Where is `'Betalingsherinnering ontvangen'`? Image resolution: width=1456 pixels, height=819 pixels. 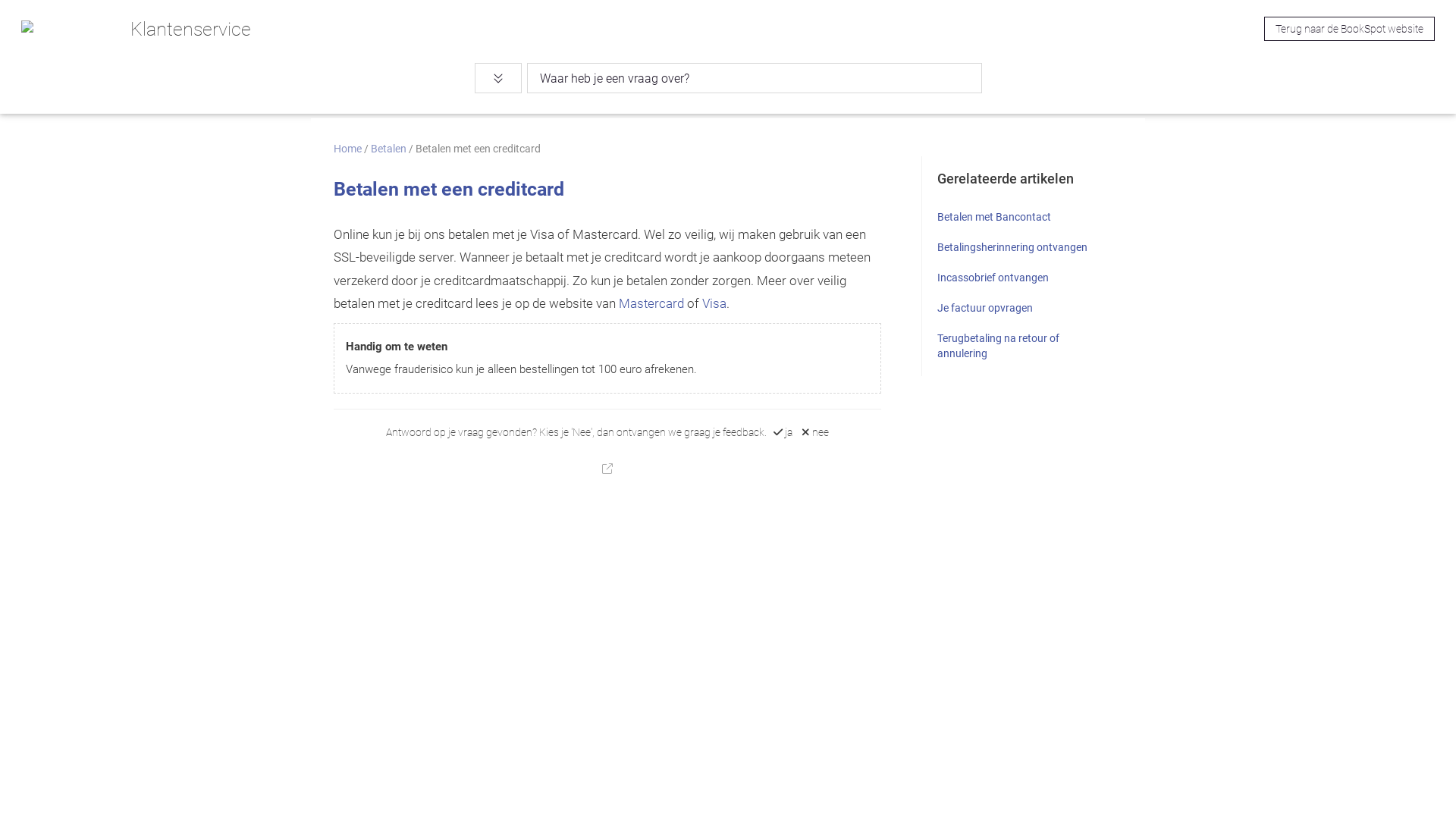 'Betalingsherinnering ontvangen' is located at coordinates (1012, 246).